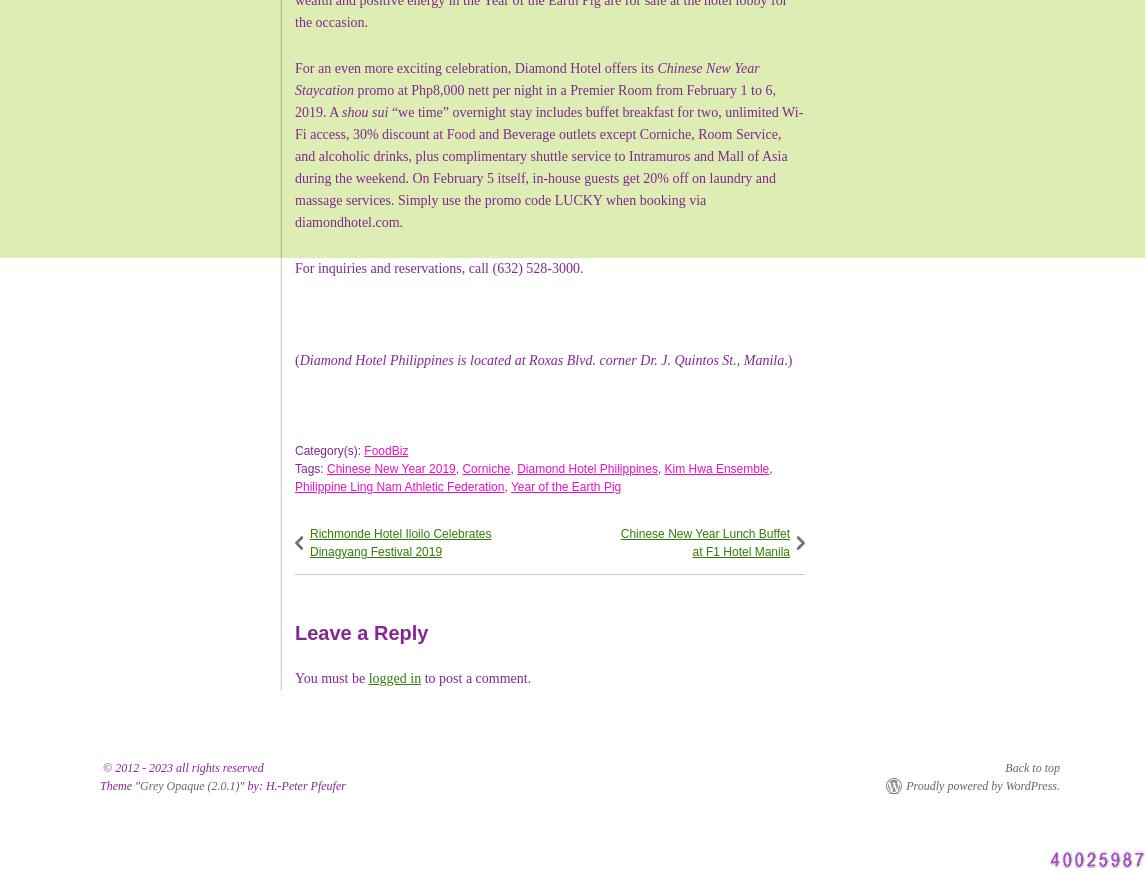  I want to click on 'You must be', so click(330, 676).